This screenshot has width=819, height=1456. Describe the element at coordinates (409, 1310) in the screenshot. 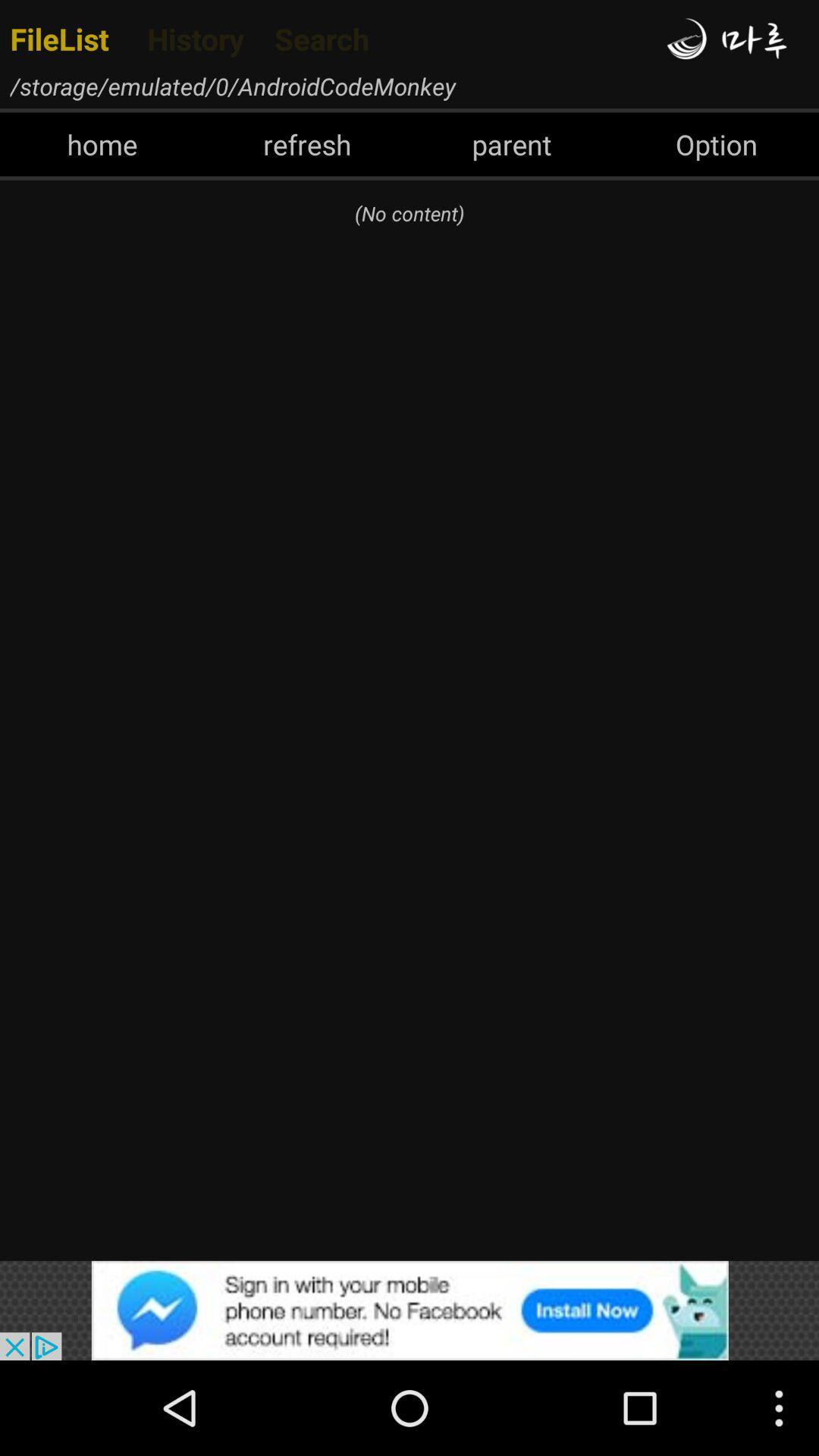

I see `advertisement` at that location.